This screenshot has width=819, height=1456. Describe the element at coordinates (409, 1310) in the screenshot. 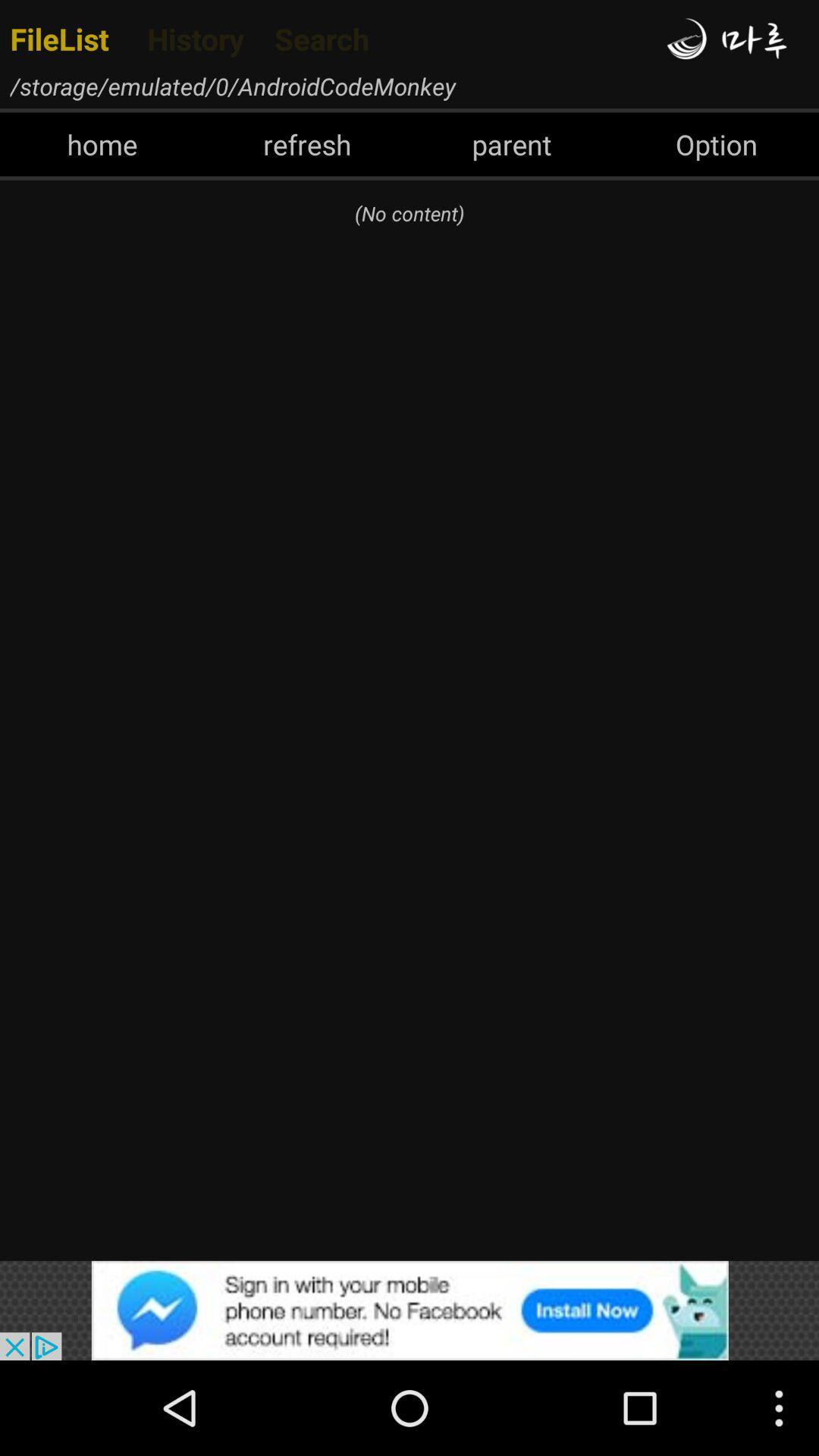

I see `advertisement` at that location.